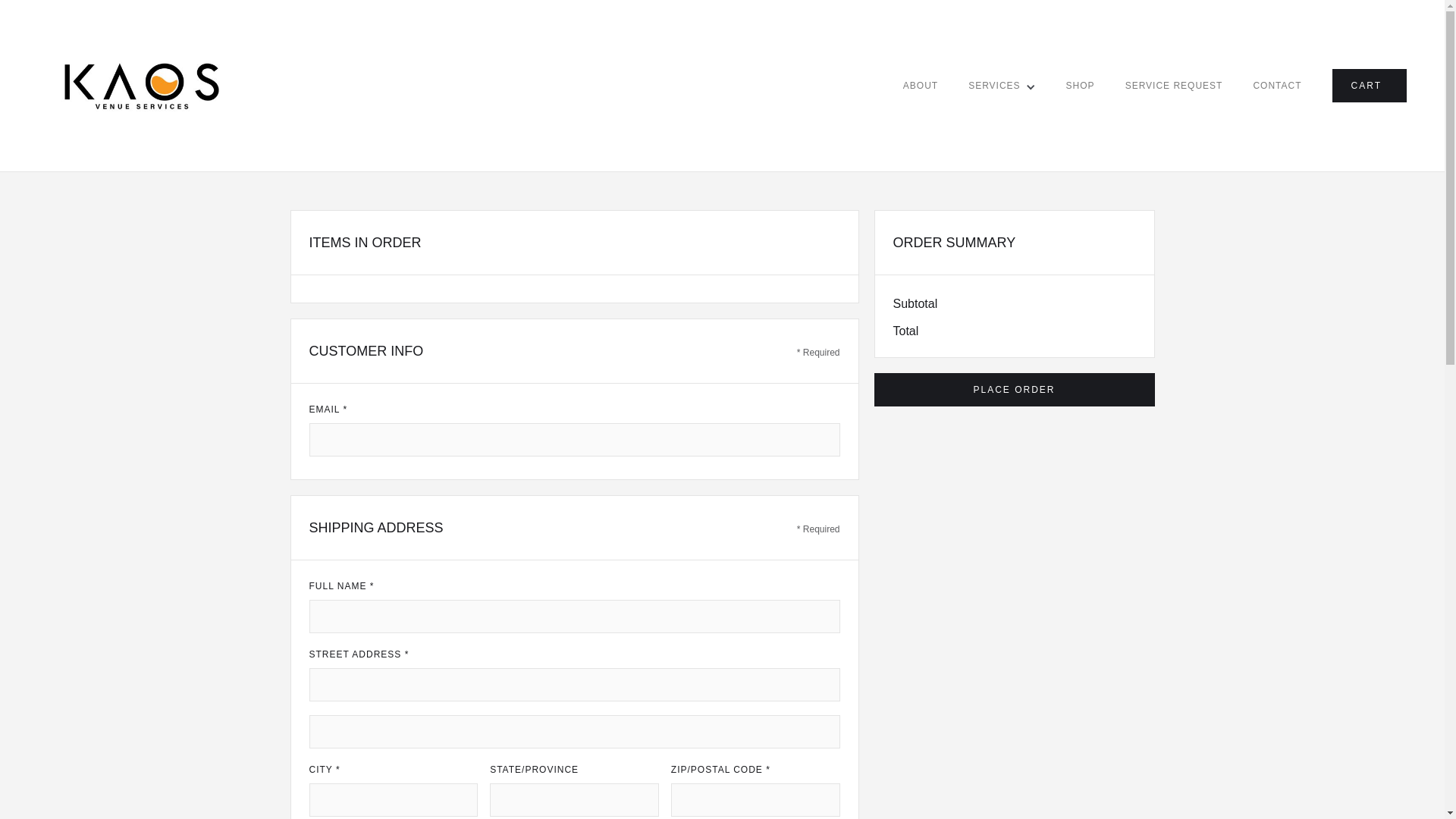 This screenshot has width=1456, height=819. Describe the element at coordinates (1276, 85) in the screenshot. I see `'CONTACT'` at that location.